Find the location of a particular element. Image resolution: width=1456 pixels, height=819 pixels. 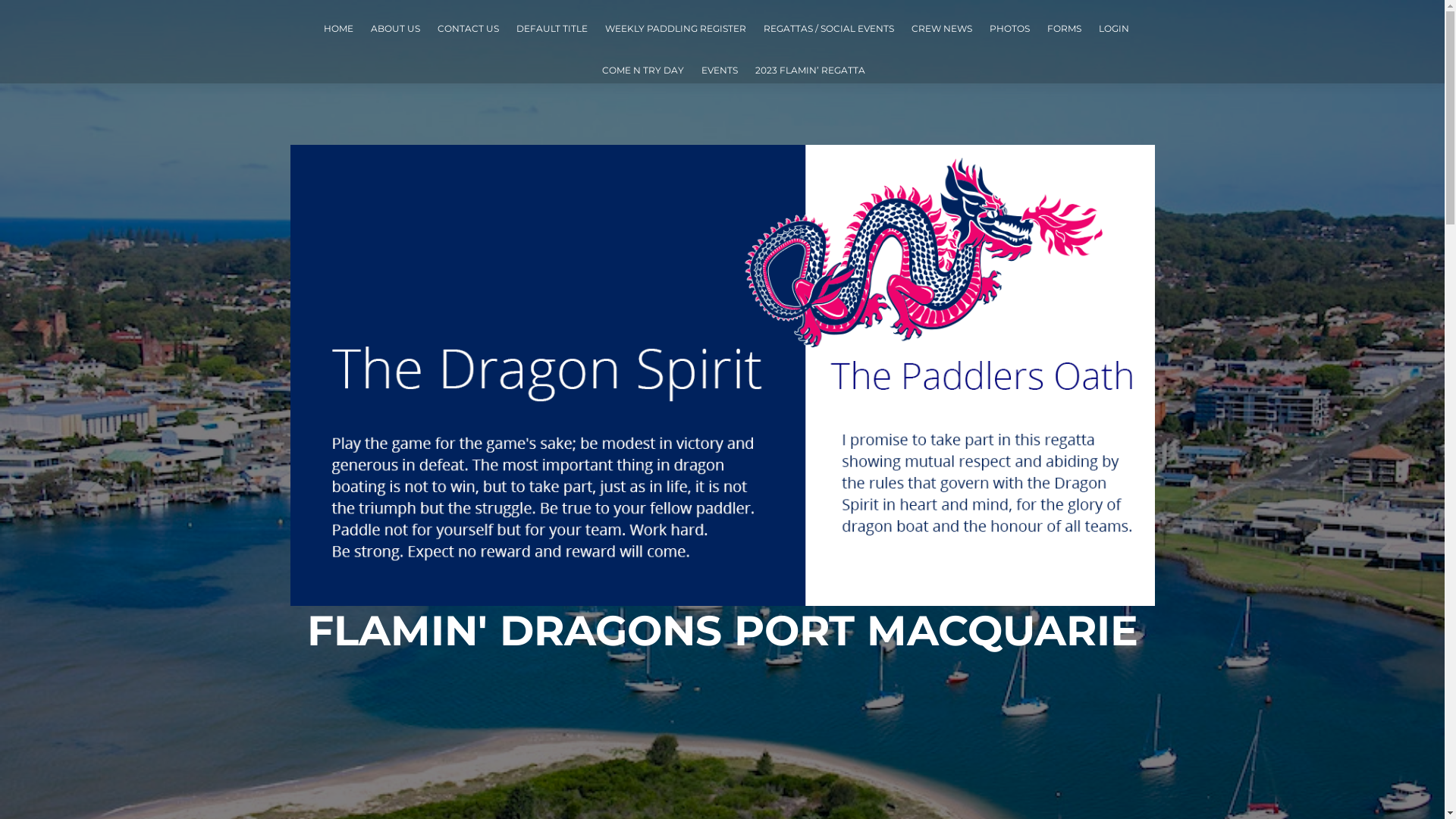

'COME N TRY DAY' is located at coordinates (601, 70).